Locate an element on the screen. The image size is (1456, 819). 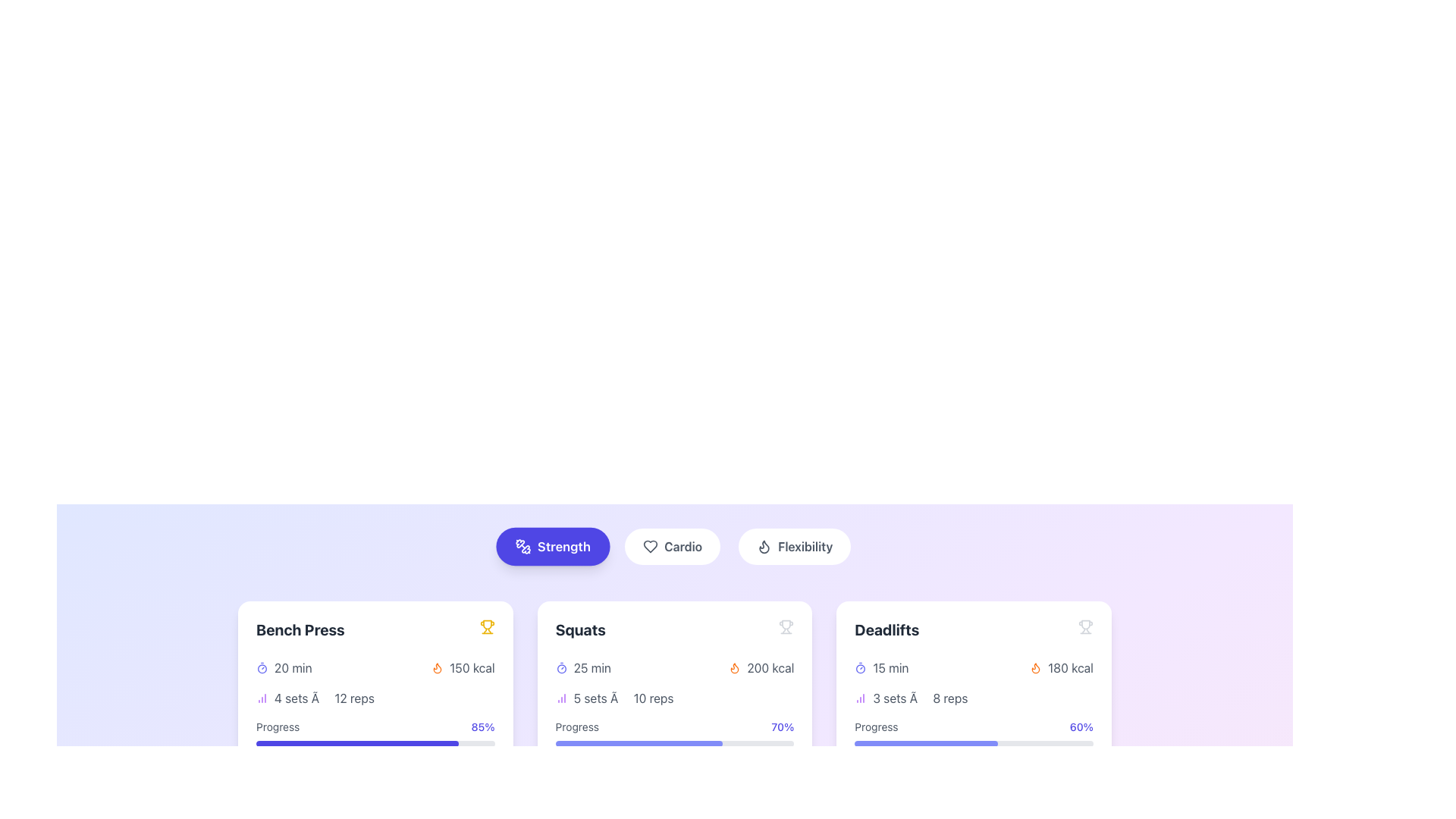
the Text Label that indicates the progress percentage of the 'Deadlifts' activity, located at the bottom-right corner of the card labeled 'Deadlifts', to the right of the text 'Progress' is located at coordinates (1081, 726).